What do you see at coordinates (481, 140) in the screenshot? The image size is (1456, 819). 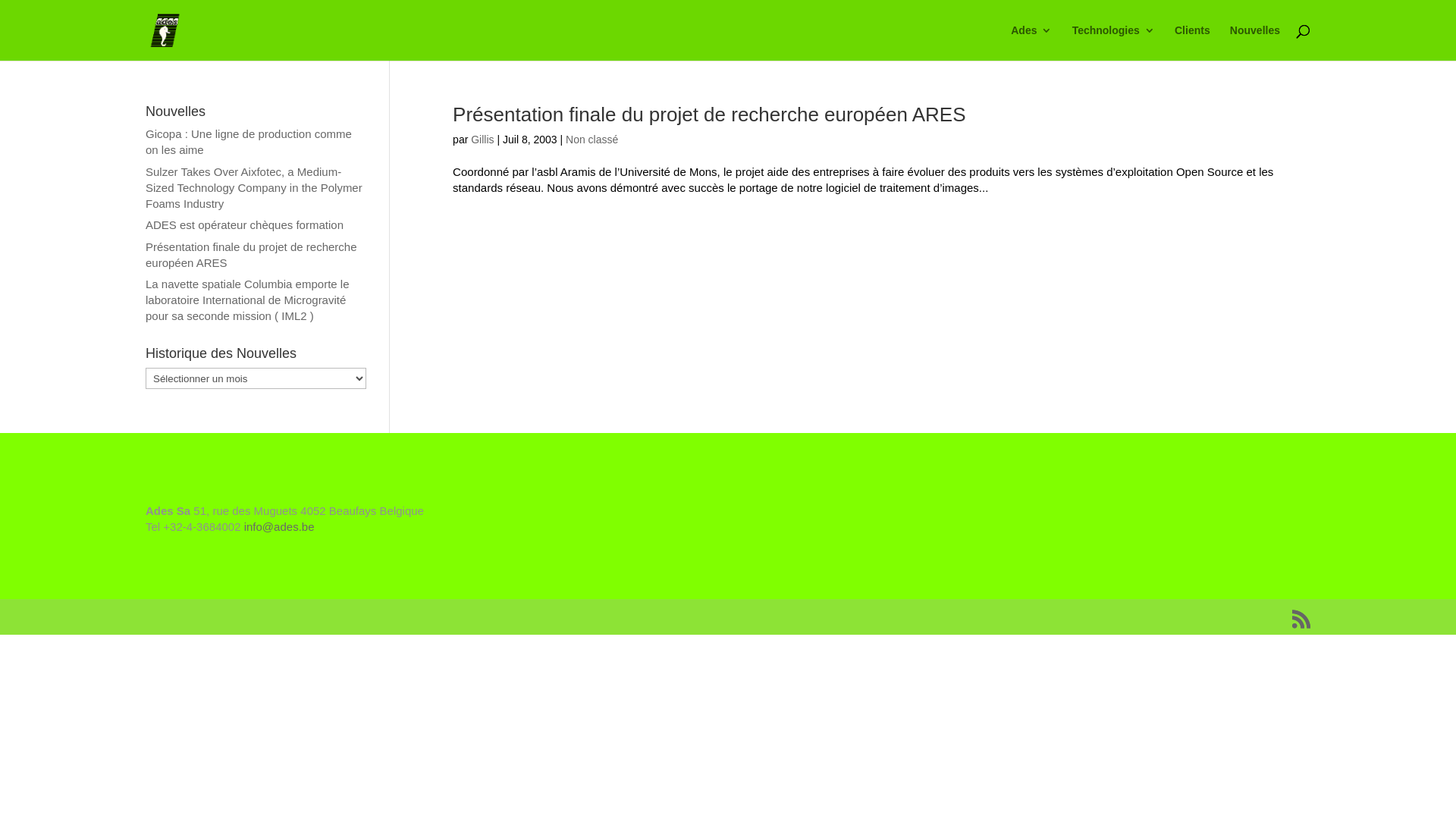 I see `'Gillis'` at bounding box center [481, 140].